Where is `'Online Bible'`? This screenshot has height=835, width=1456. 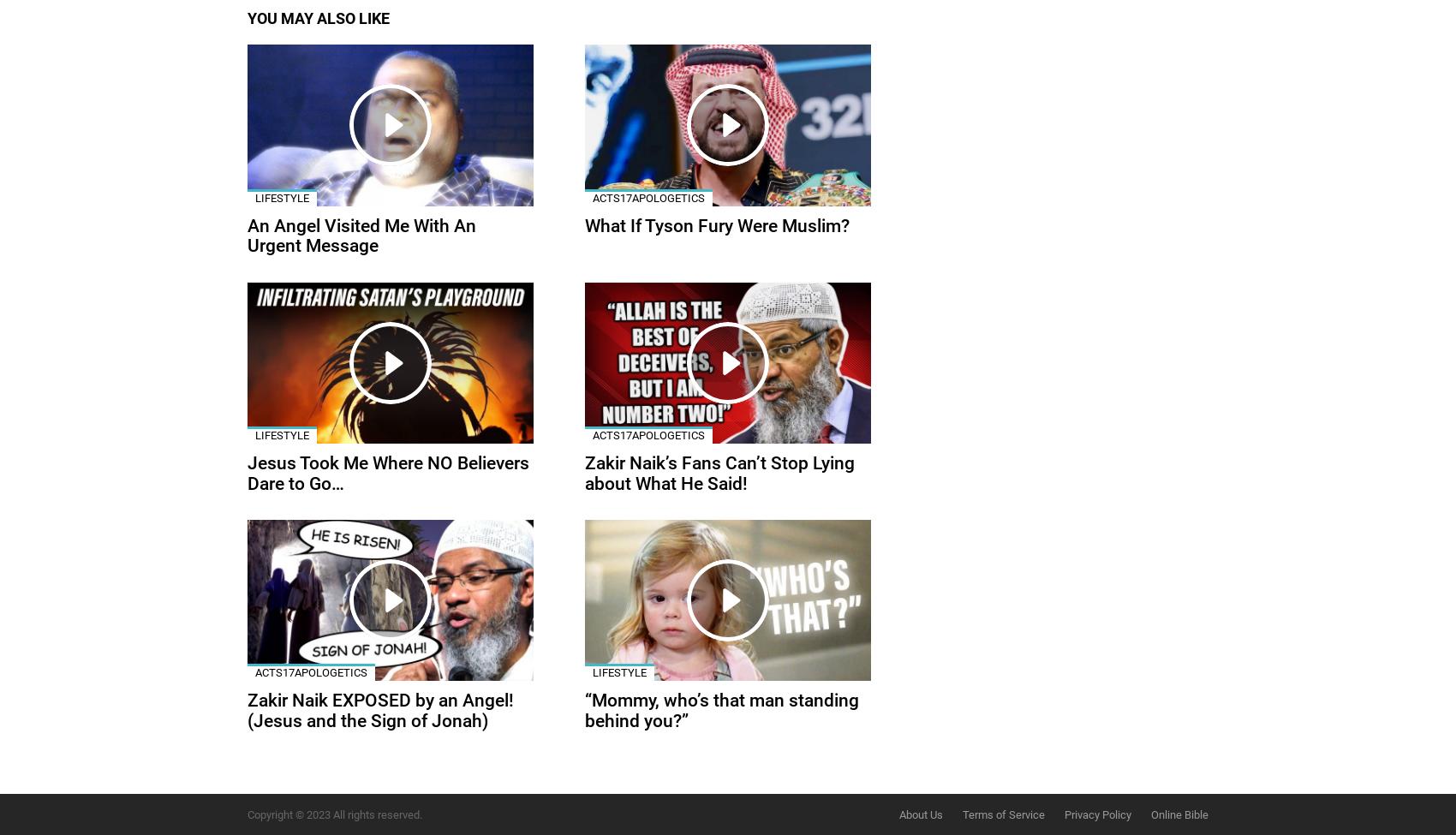
'Online Bible' is located at coordinates (1179, 813).